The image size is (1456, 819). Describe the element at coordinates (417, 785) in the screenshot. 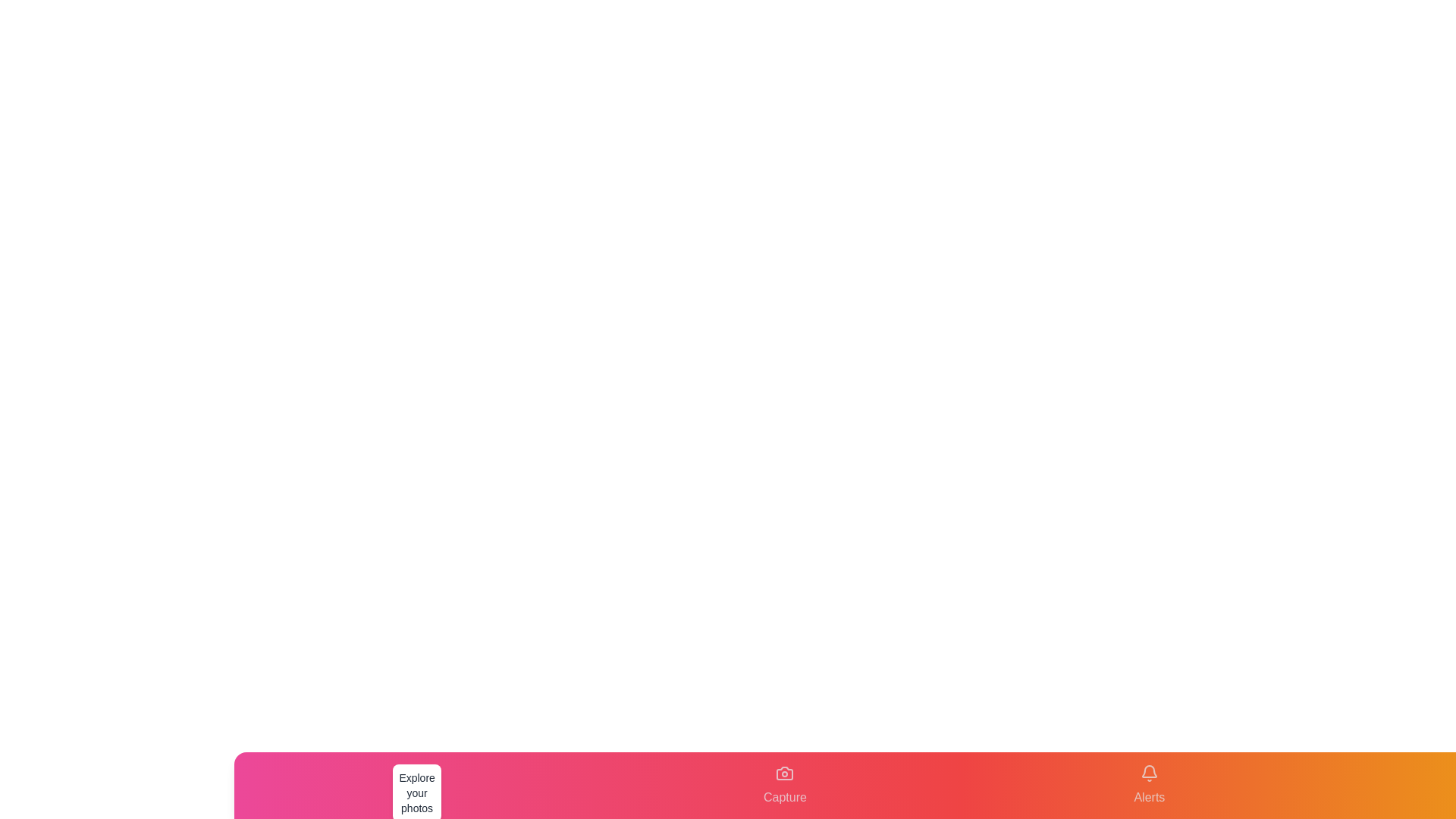

I see `the tab labeled Gallery to observe the visual feedback` at that location.